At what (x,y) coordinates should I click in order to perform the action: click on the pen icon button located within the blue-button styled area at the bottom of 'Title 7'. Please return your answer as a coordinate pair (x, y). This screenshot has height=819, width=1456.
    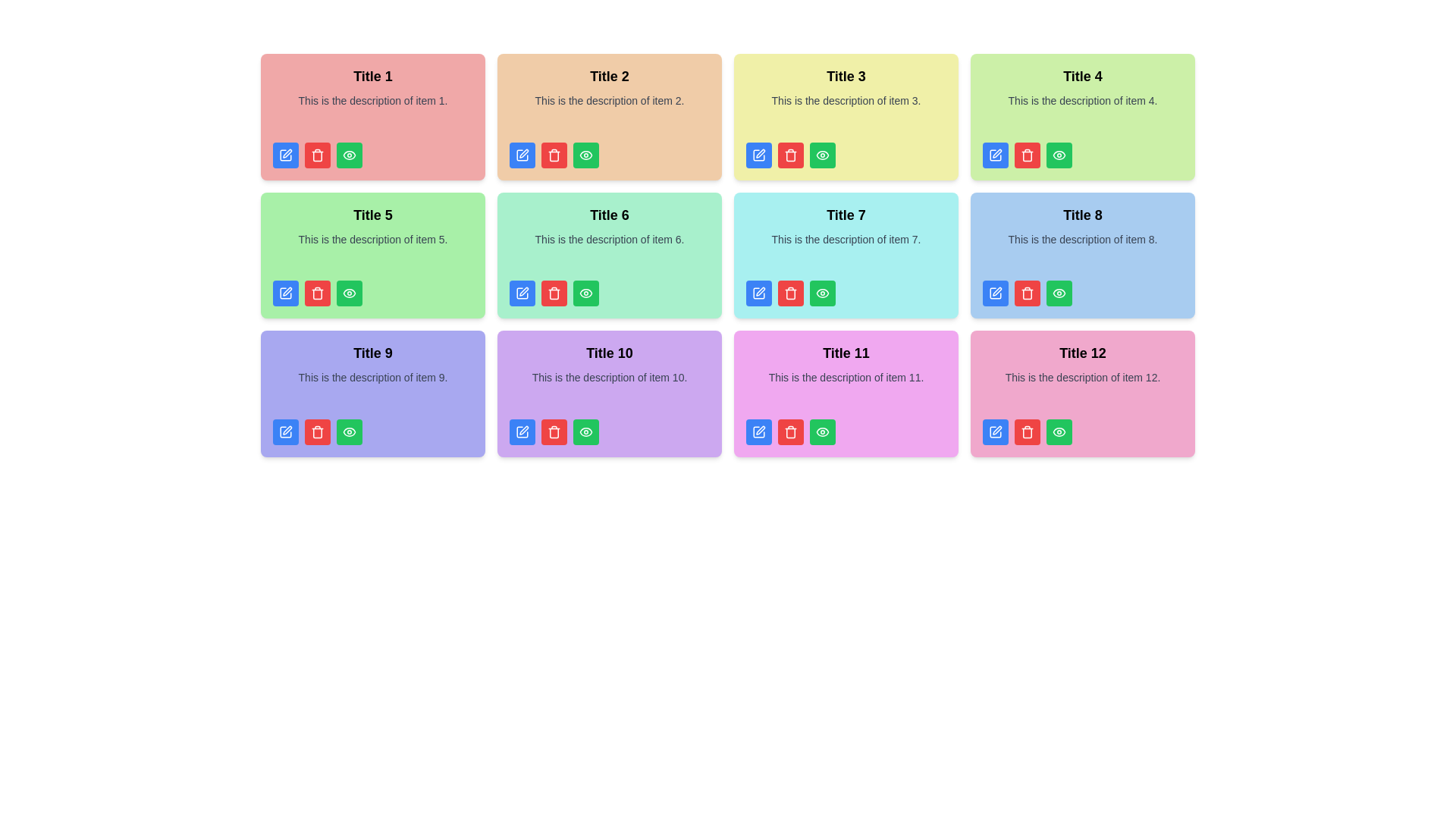
    Looking at the image, I should click on (759, 293).